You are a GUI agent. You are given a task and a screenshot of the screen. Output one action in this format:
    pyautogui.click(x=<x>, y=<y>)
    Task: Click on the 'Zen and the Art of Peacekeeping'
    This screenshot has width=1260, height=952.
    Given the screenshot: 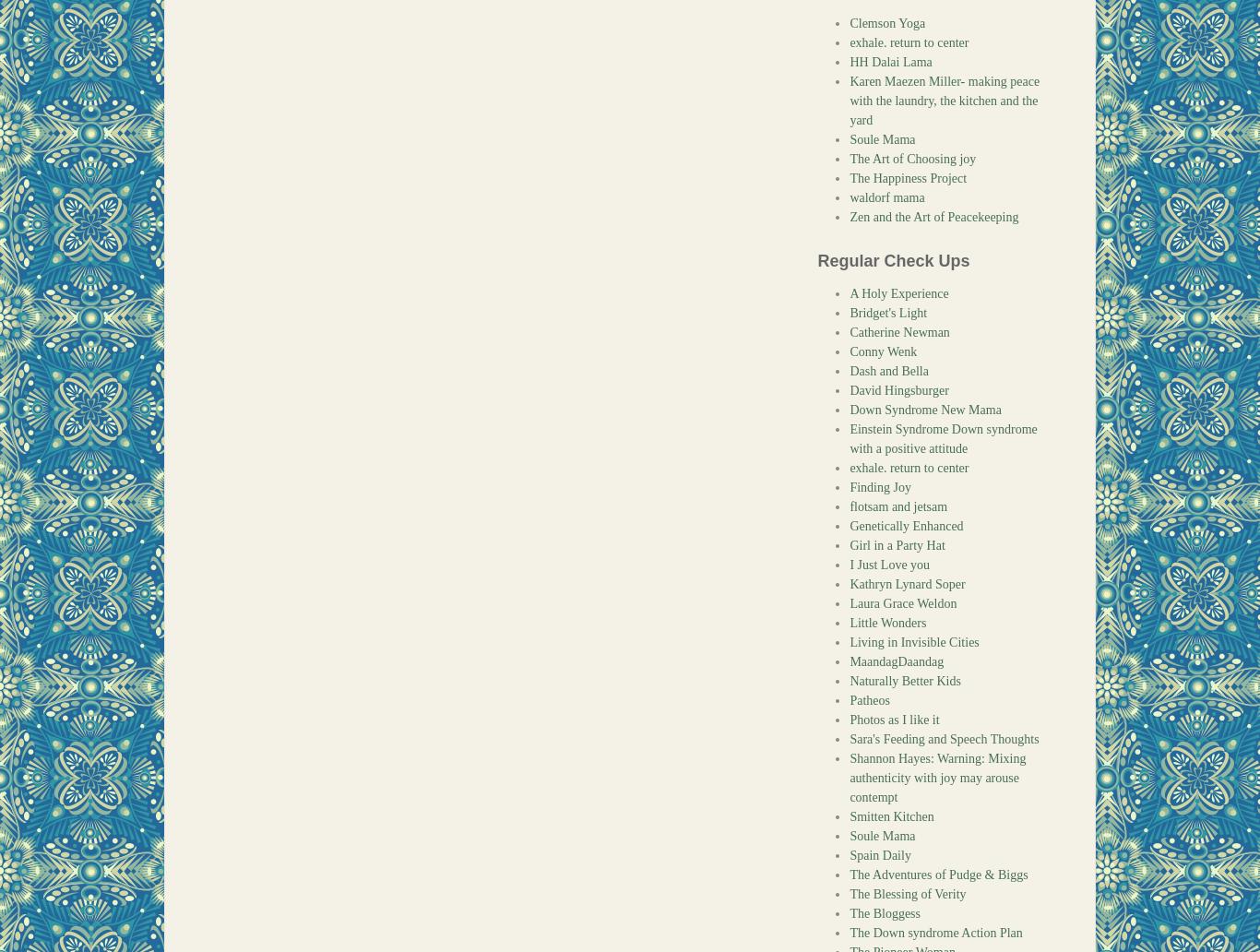 What is the action you would take?
    pyautogui.click(x=933, y=216)
    